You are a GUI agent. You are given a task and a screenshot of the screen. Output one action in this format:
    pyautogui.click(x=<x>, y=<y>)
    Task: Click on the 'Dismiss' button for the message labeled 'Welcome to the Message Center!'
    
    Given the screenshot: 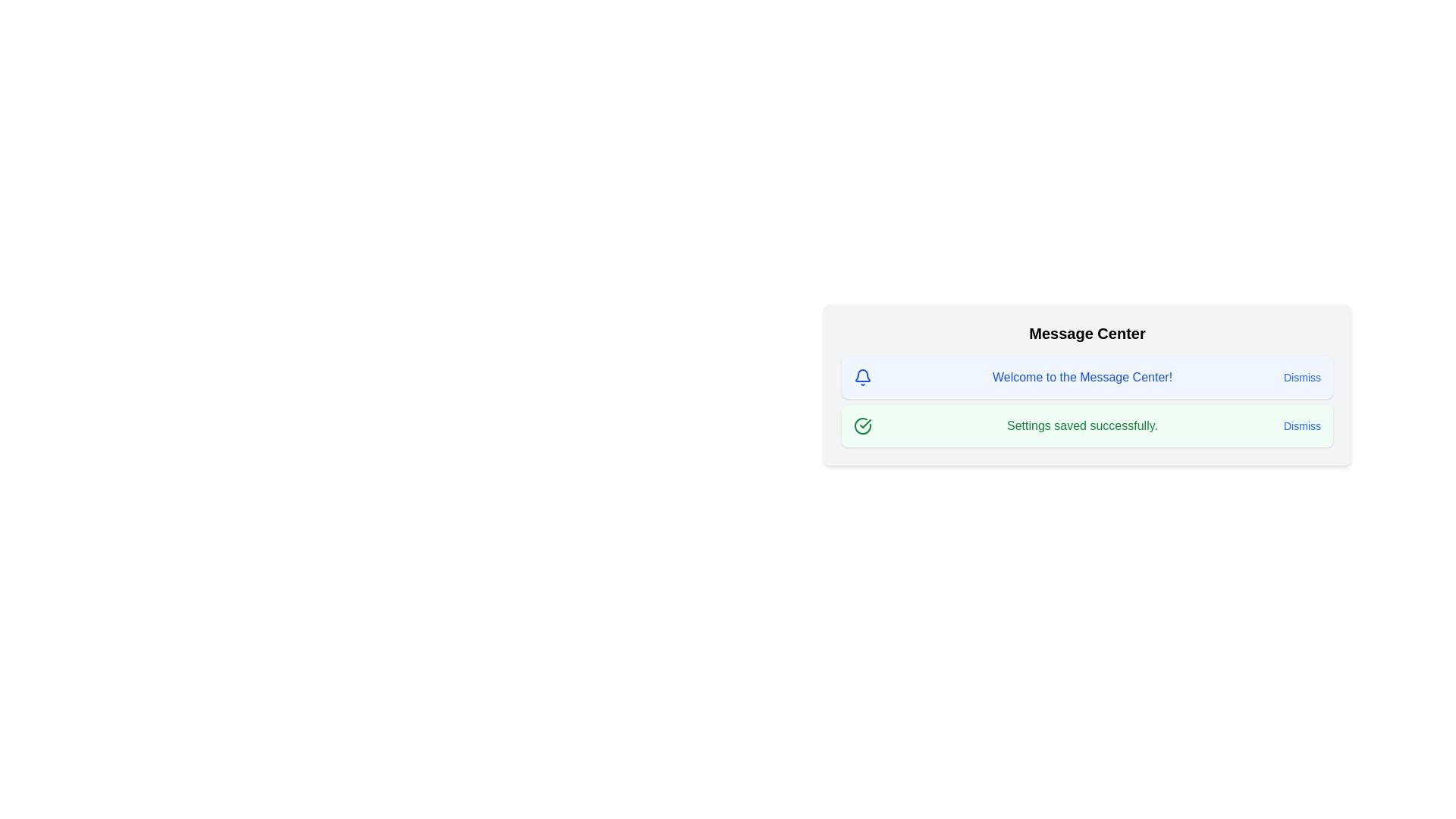 What is the action you would take?
    pyautogui.click(x=1301, y=376)
    